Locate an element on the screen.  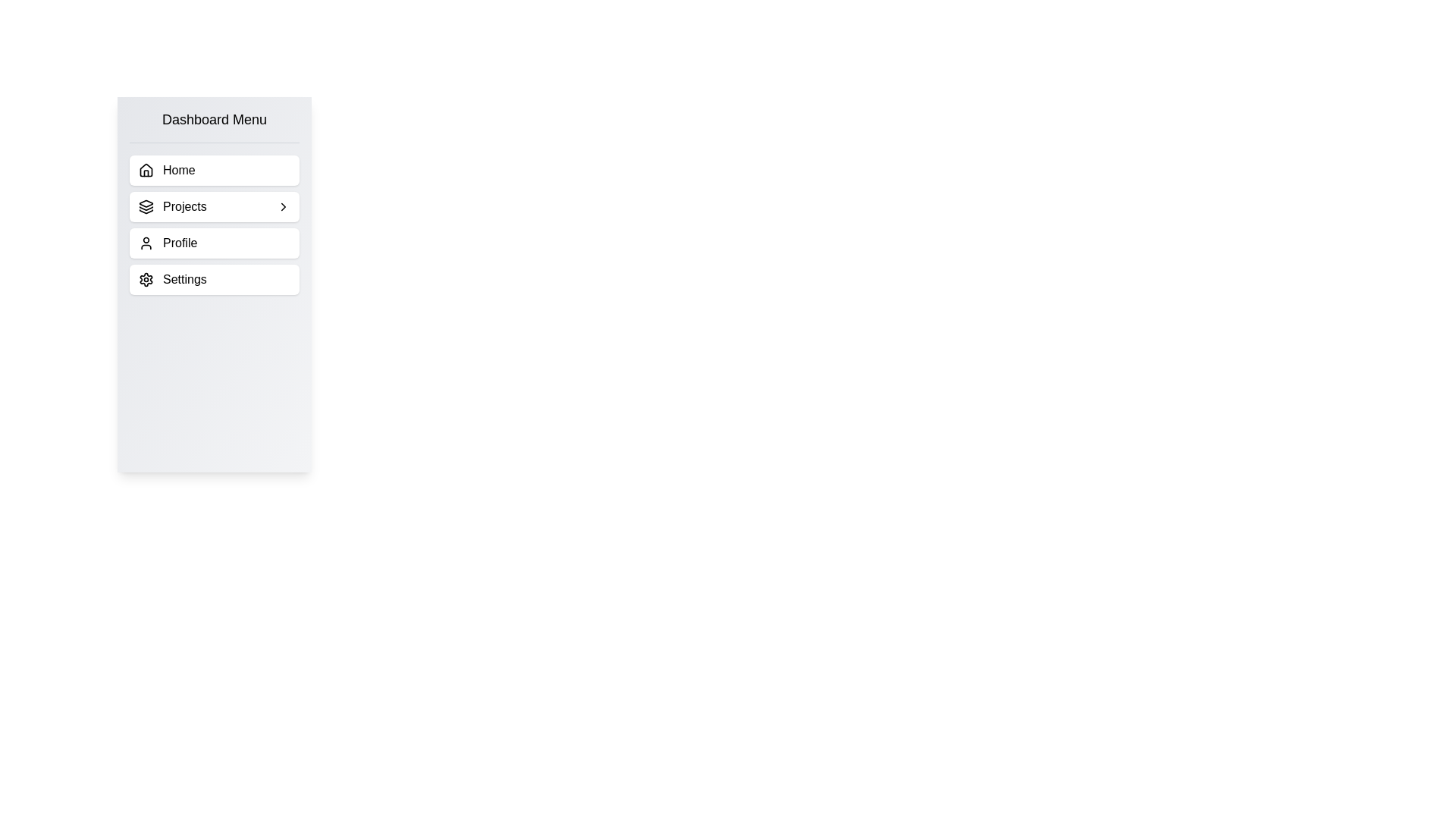
the house icon element located to the left of the word 'Home' in the dashboard menu by moving the cursor to its center point is located at coordinates (146, 170).